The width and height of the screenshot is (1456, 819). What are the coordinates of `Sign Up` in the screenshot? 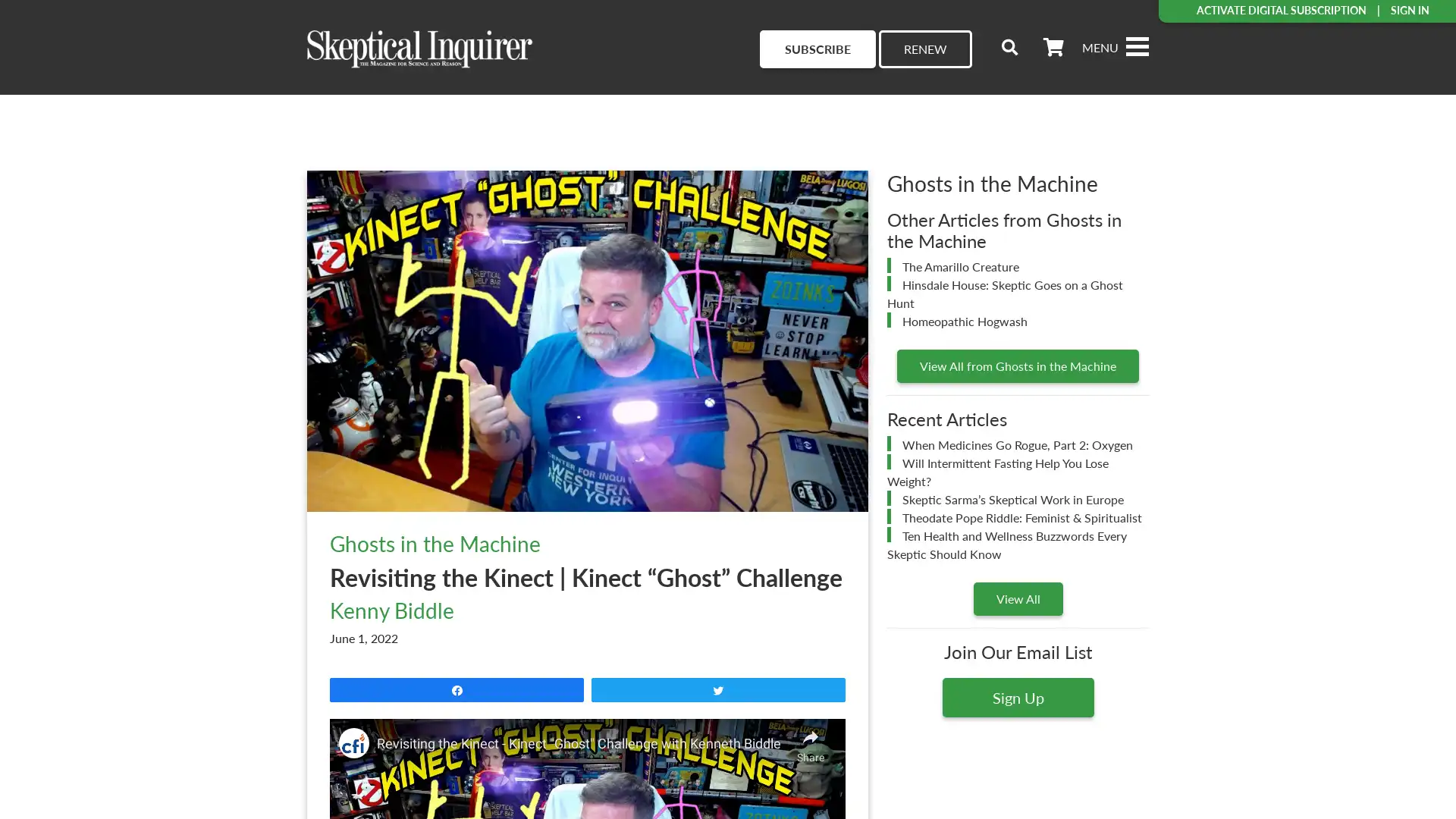 It's located at (1018, 696).